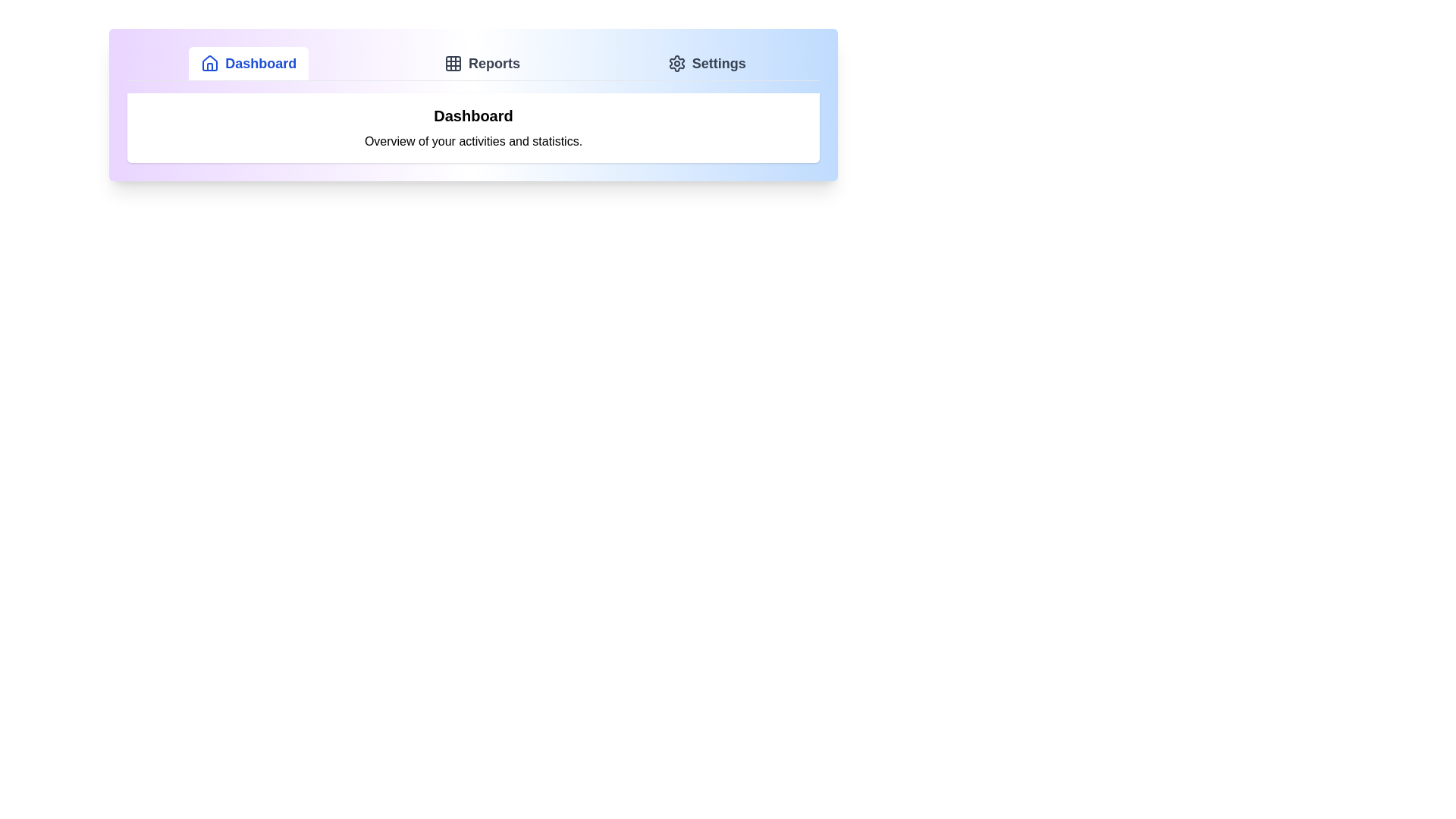 This screenshot has width=1456, height=819. What do you see at coordinates (249, 63) in the screenshot?
I see `the Dashboard tab by clicking on its button` at bounding box center [249, 63].